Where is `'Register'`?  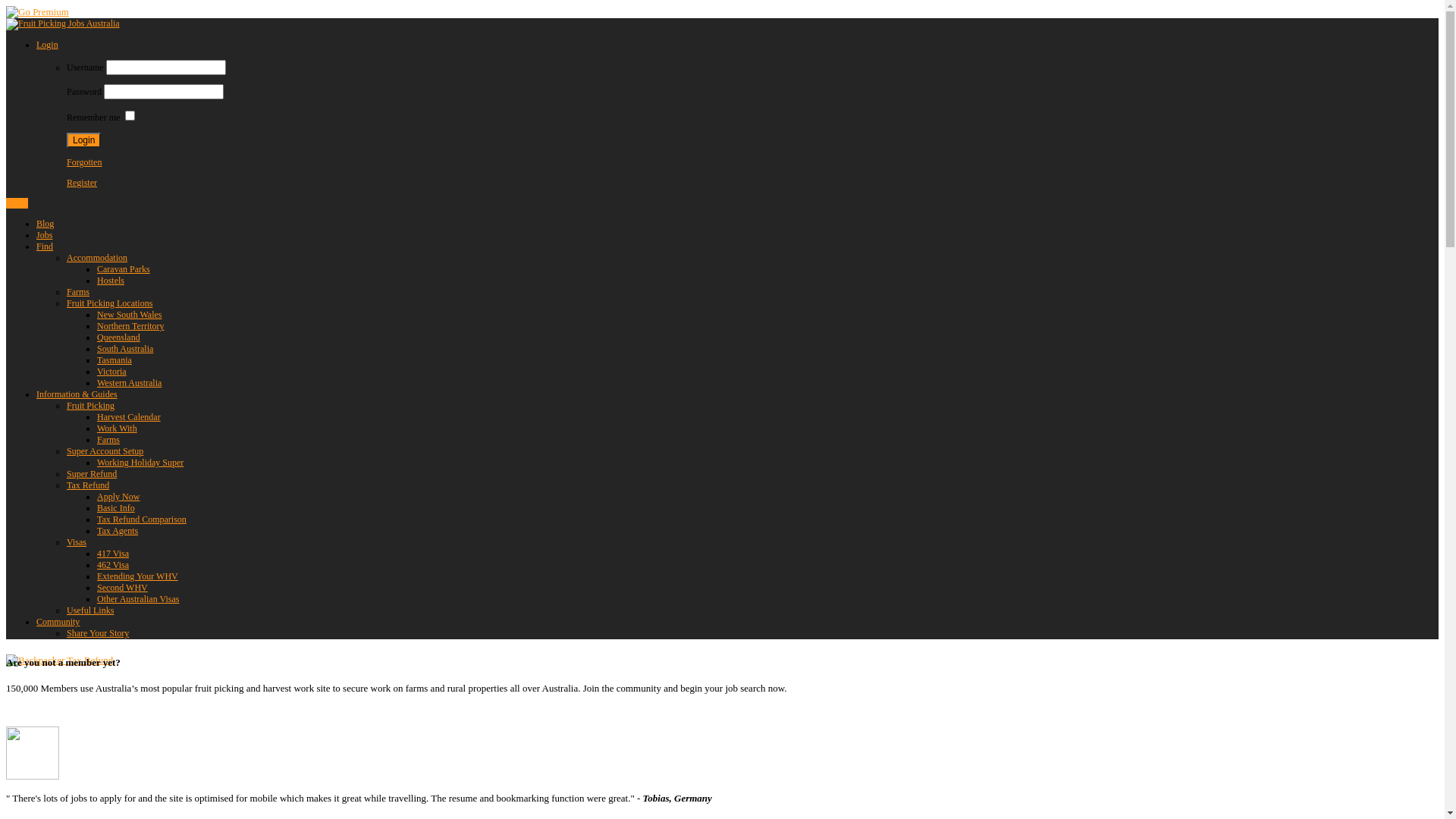 'Register' is located at coordinates (80, 181).